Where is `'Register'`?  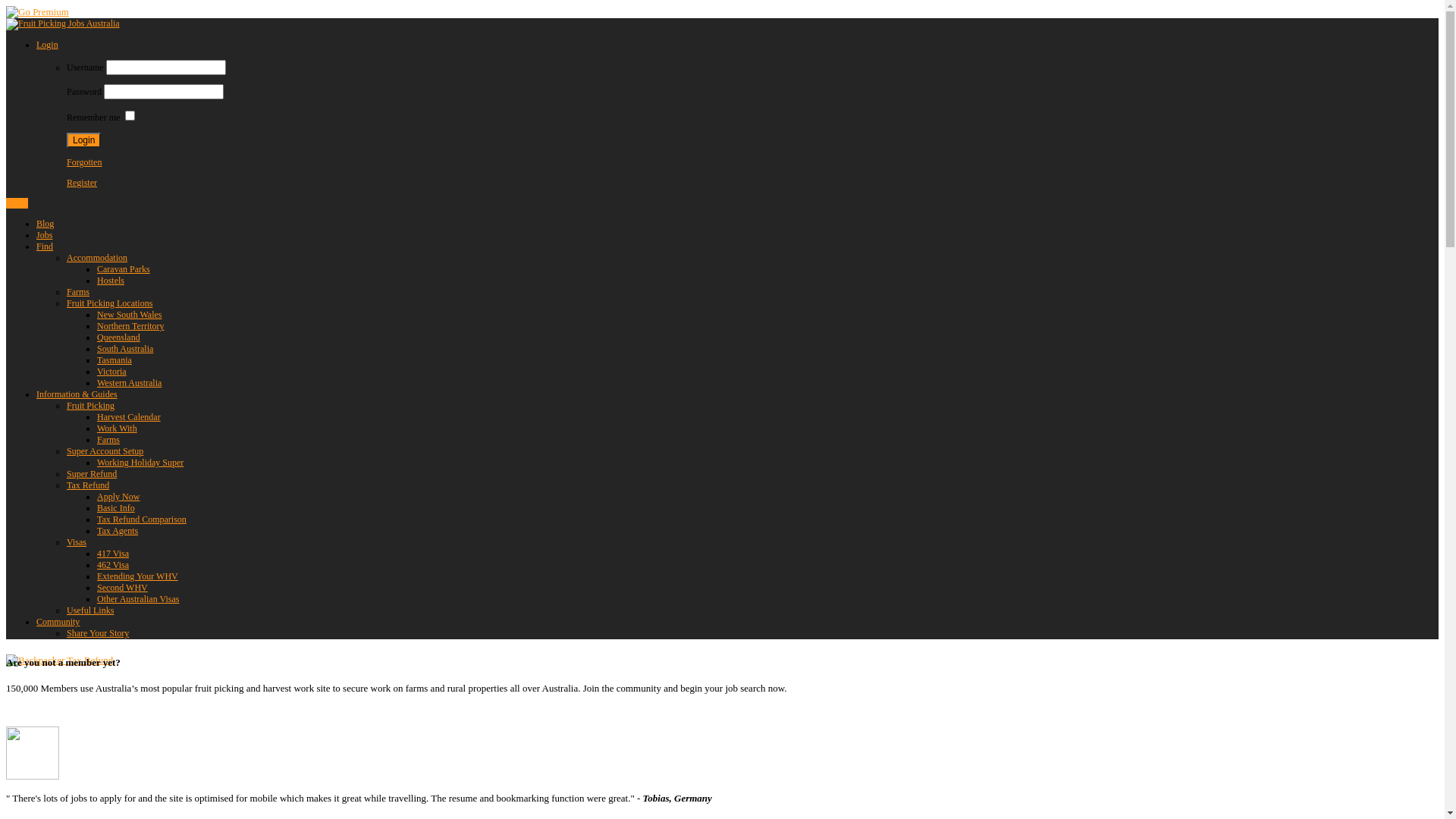 'Register' is located at coordinates (80, 181).